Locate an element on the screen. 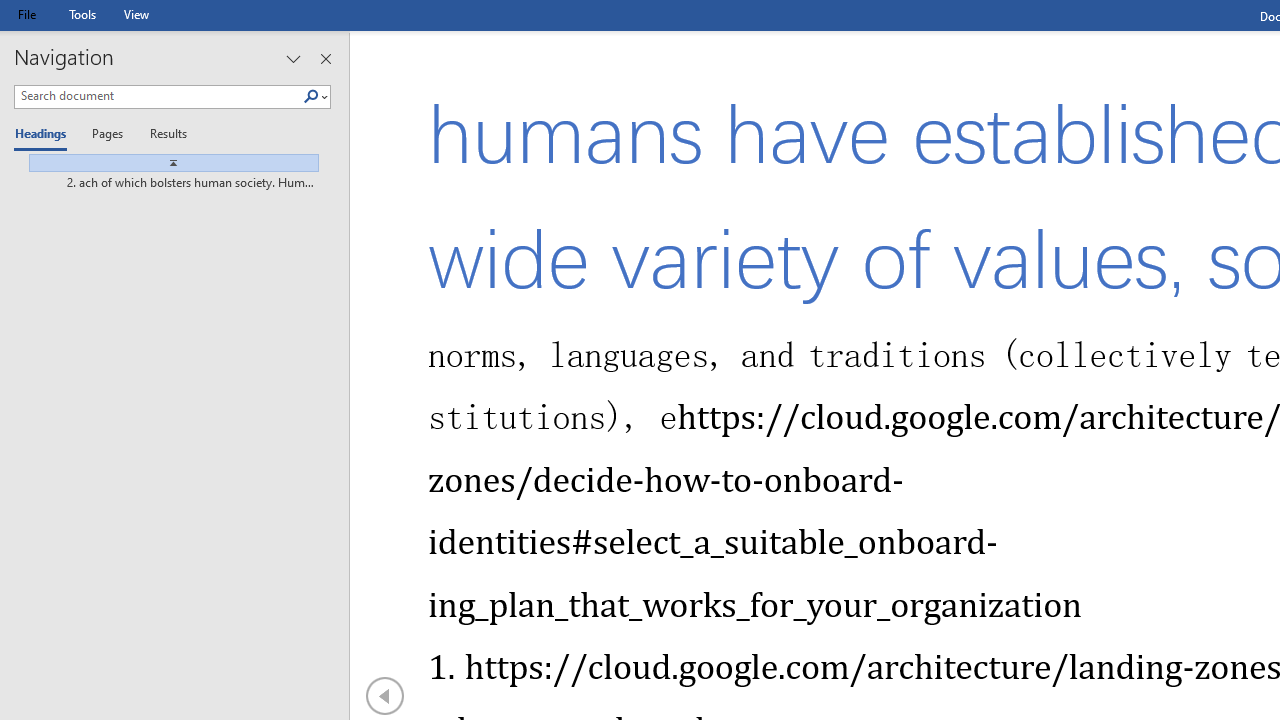  'Tools' is located at coordinates (81, 14).